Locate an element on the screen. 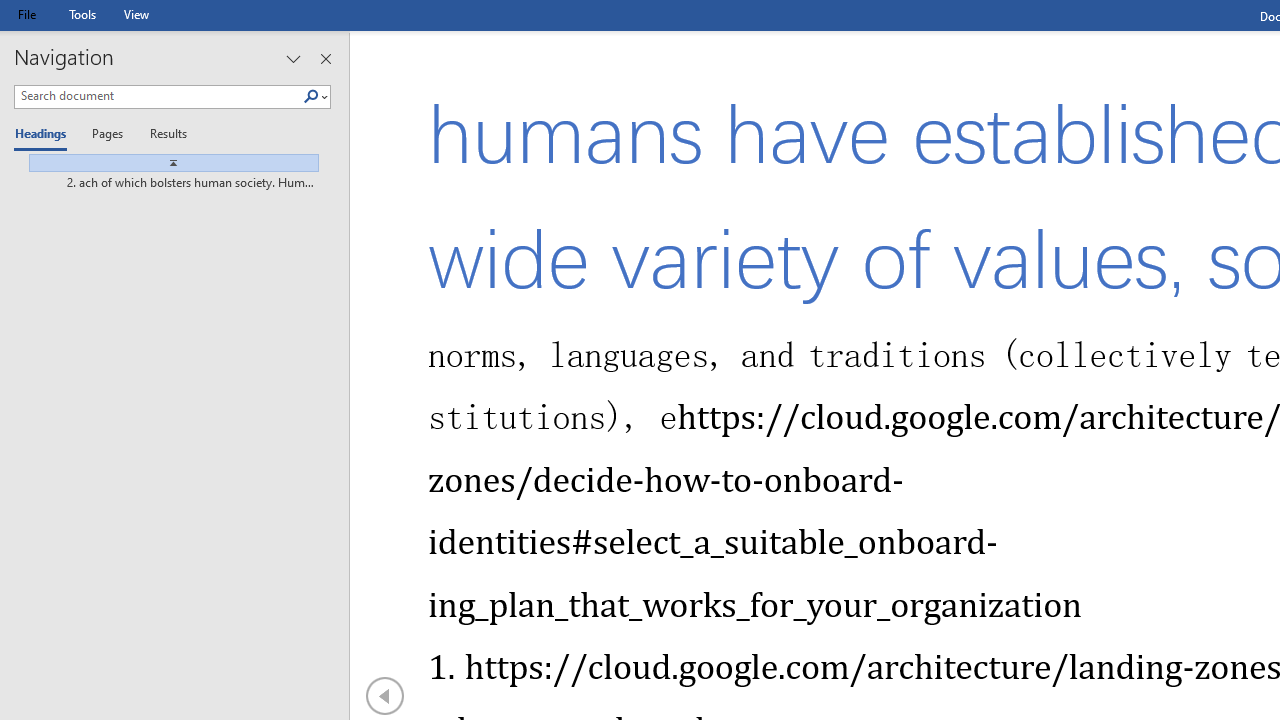  'Tools' is located at coordinates (81, 14).